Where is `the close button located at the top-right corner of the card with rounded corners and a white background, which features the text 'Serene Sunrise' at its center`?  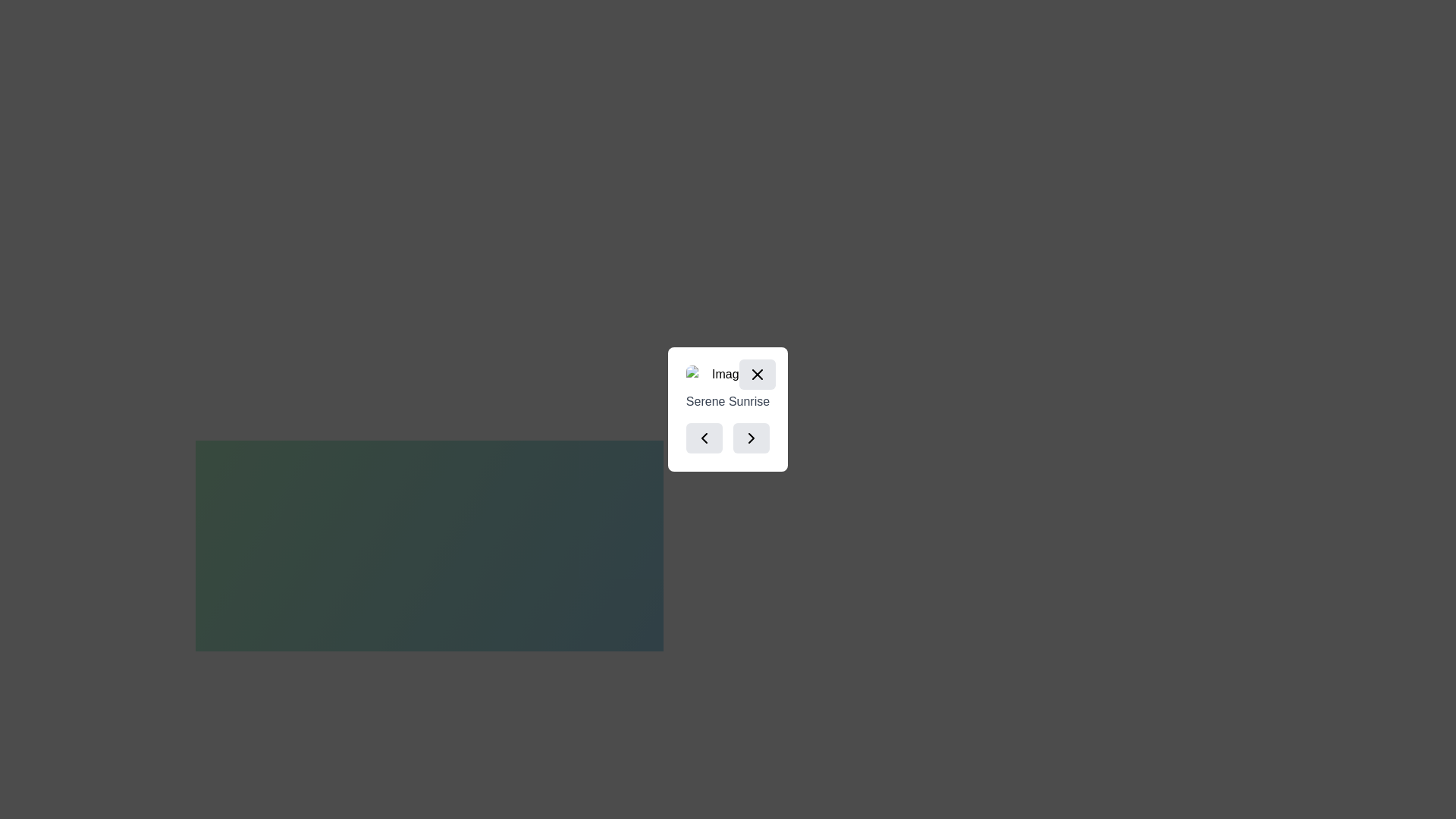 the close button located at the top-right corner of the card with rounded corners and a white background, which features the text 'Serene Sunrise' at its center is located at coordinates (758, 374).